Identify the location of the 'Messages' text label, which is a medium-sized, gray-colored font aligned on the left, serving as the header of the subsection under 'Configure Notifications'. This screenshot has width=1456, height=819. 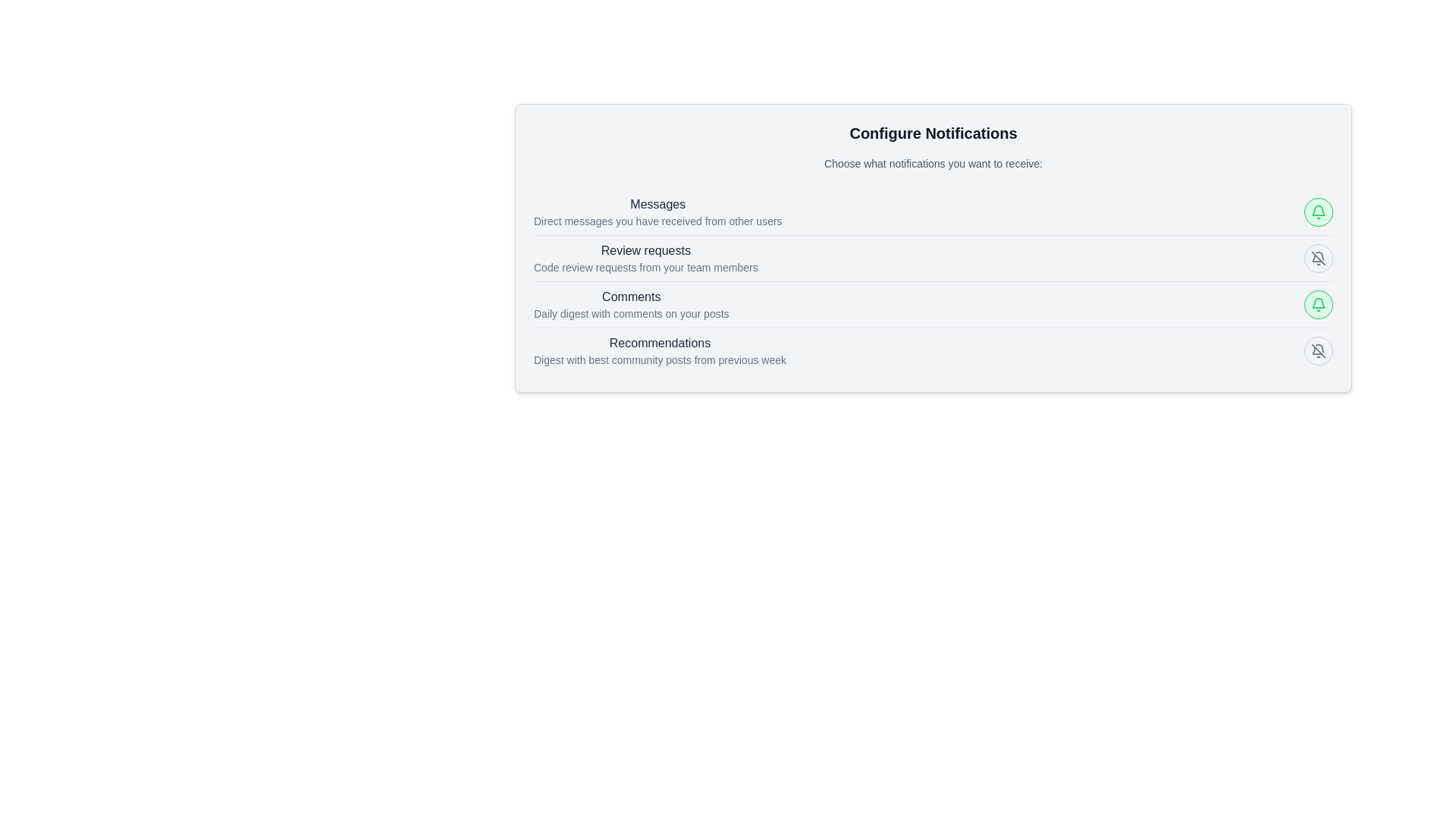
(657, 205).